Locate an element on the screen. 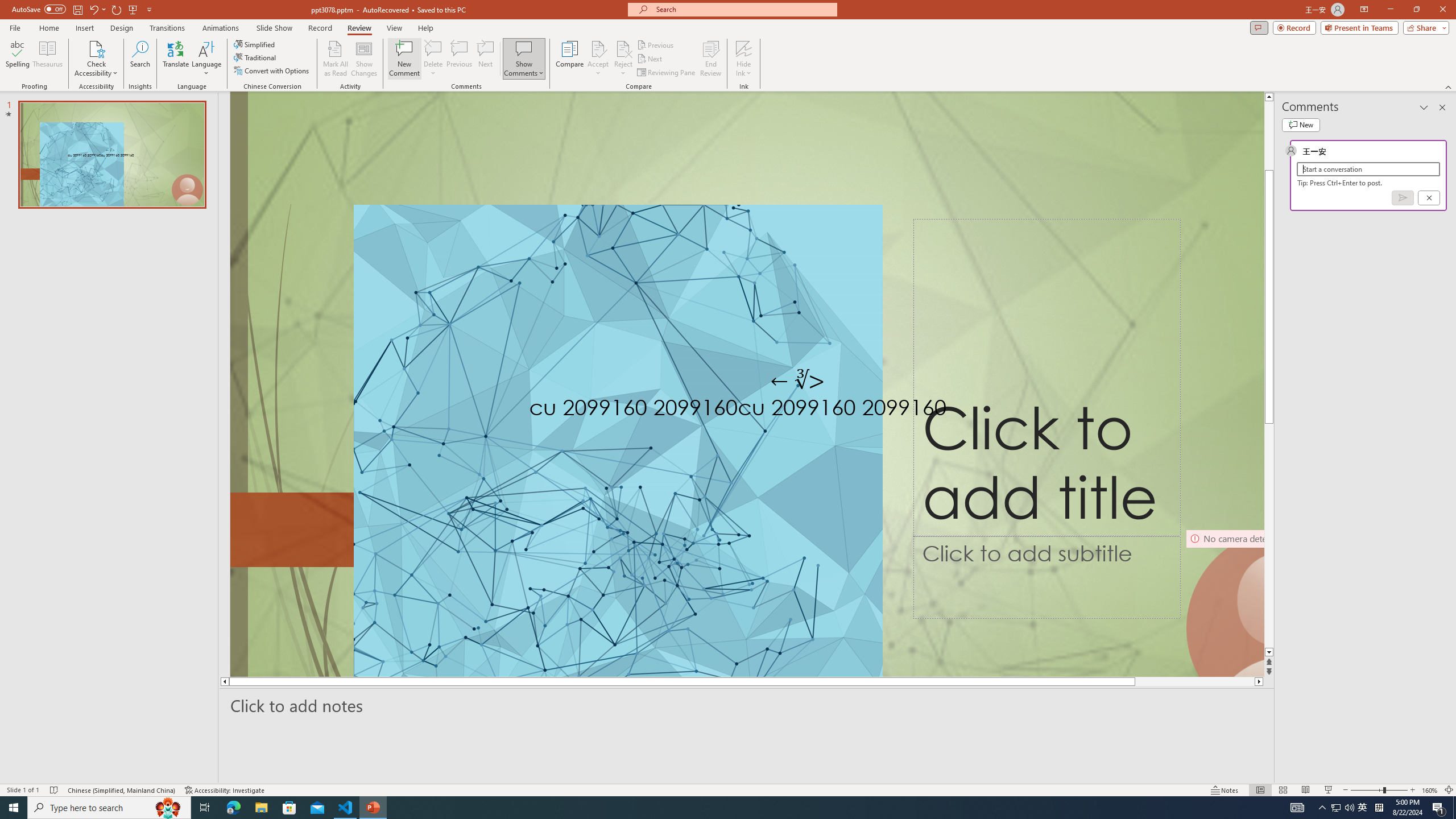  'Compare' is located at coordinates (570, 59).